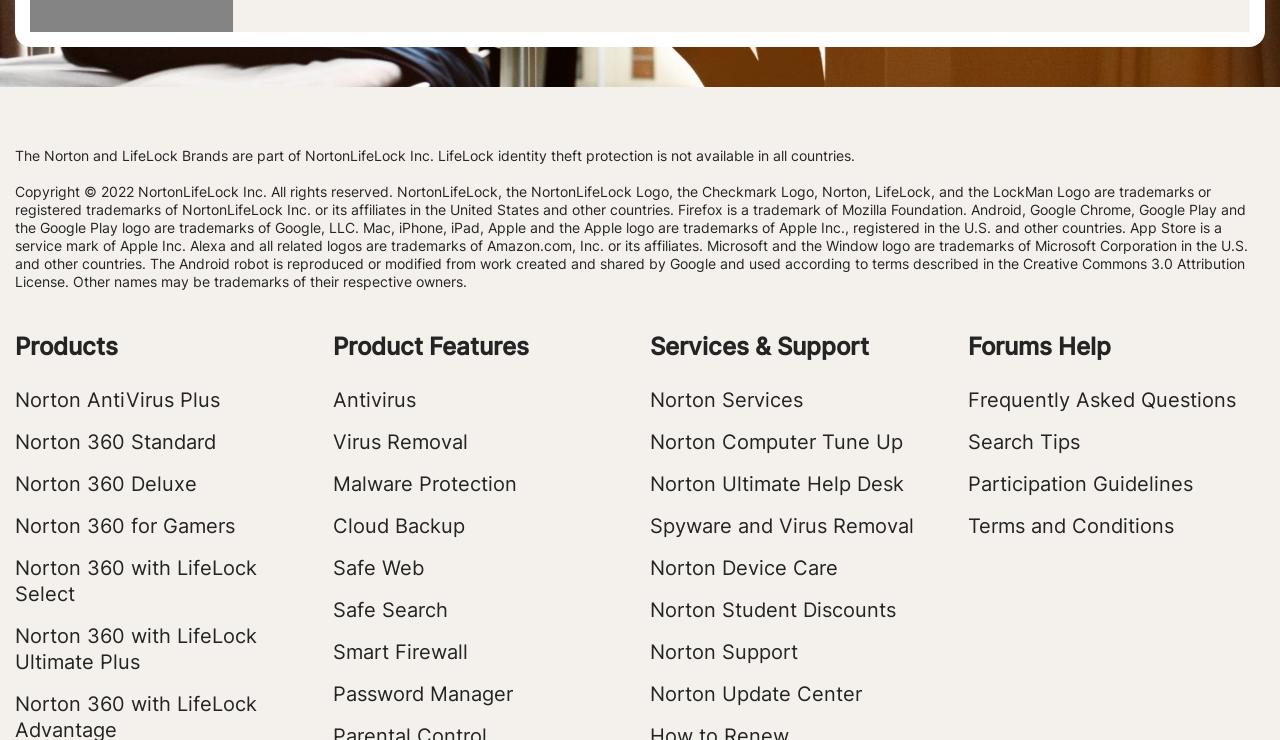 This screenshot has height=740, width=1280. I want to click on 'Norton 360 Deluxe', so click(104, 484).